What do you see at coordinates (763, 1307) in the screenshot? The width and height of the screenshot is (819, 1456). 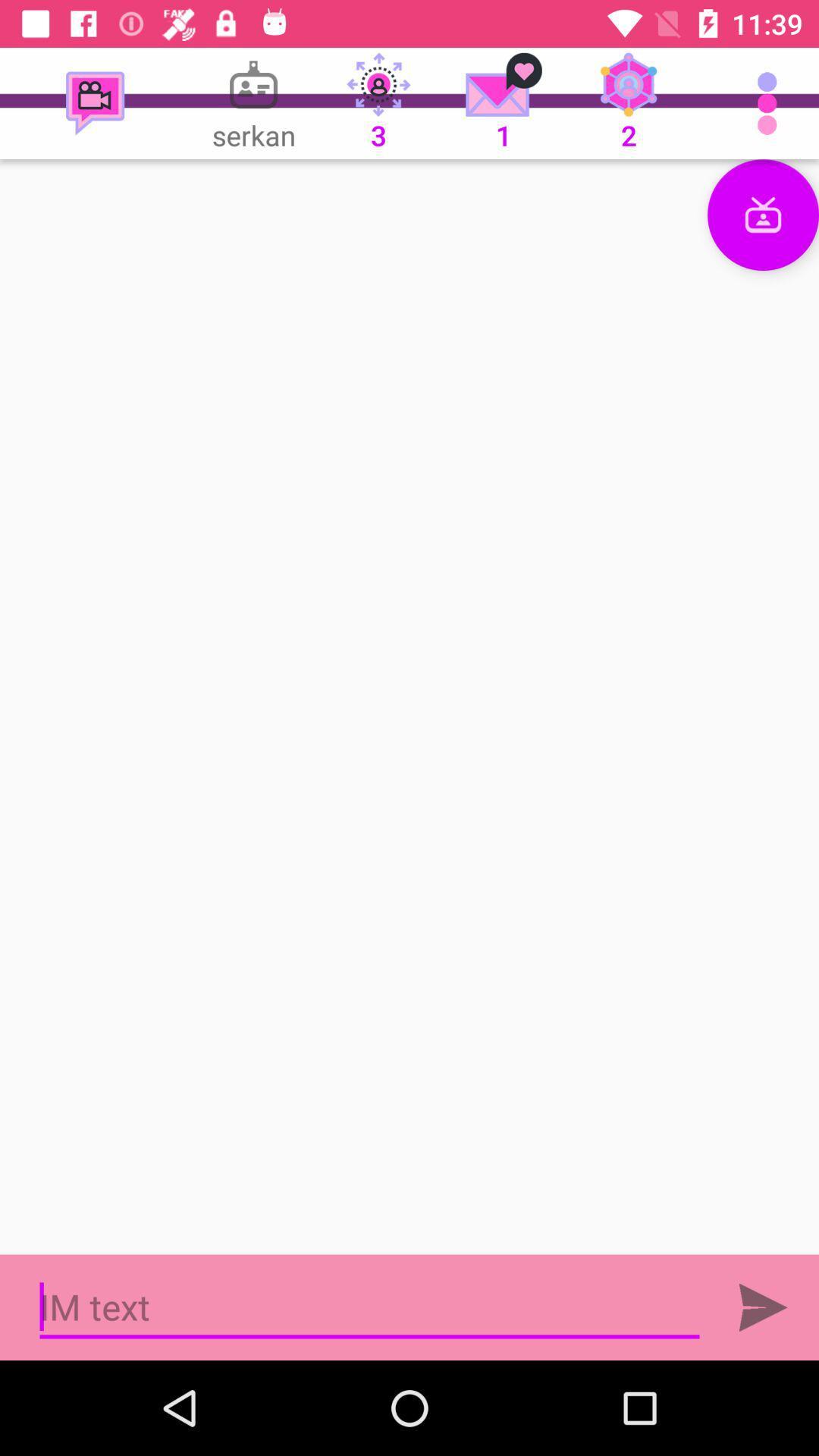 I see `play` at bounding box center [763, 1307].